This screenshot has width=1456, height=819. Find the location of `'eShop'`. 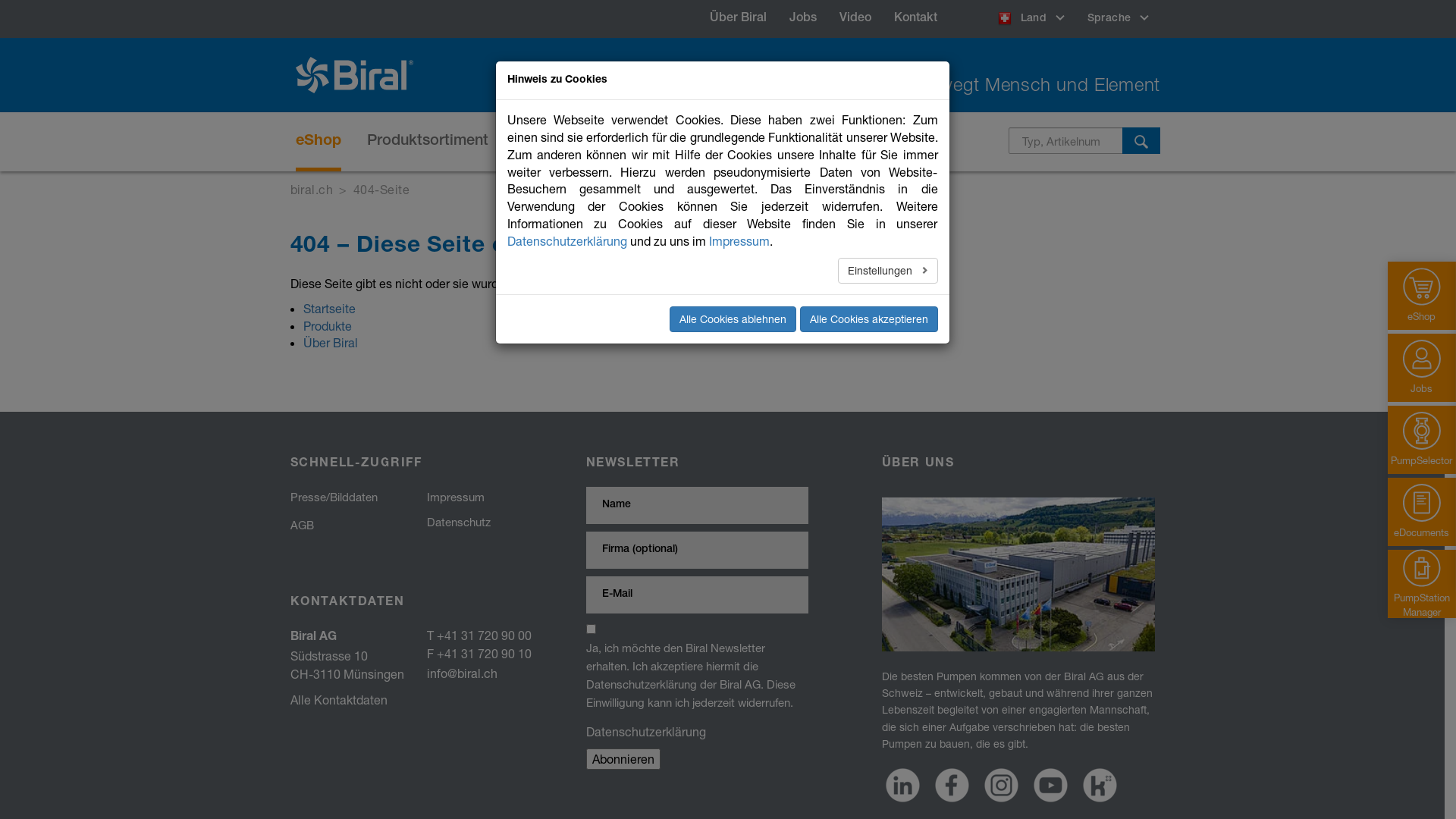

'eShop' is located at coordinates (318, 141).